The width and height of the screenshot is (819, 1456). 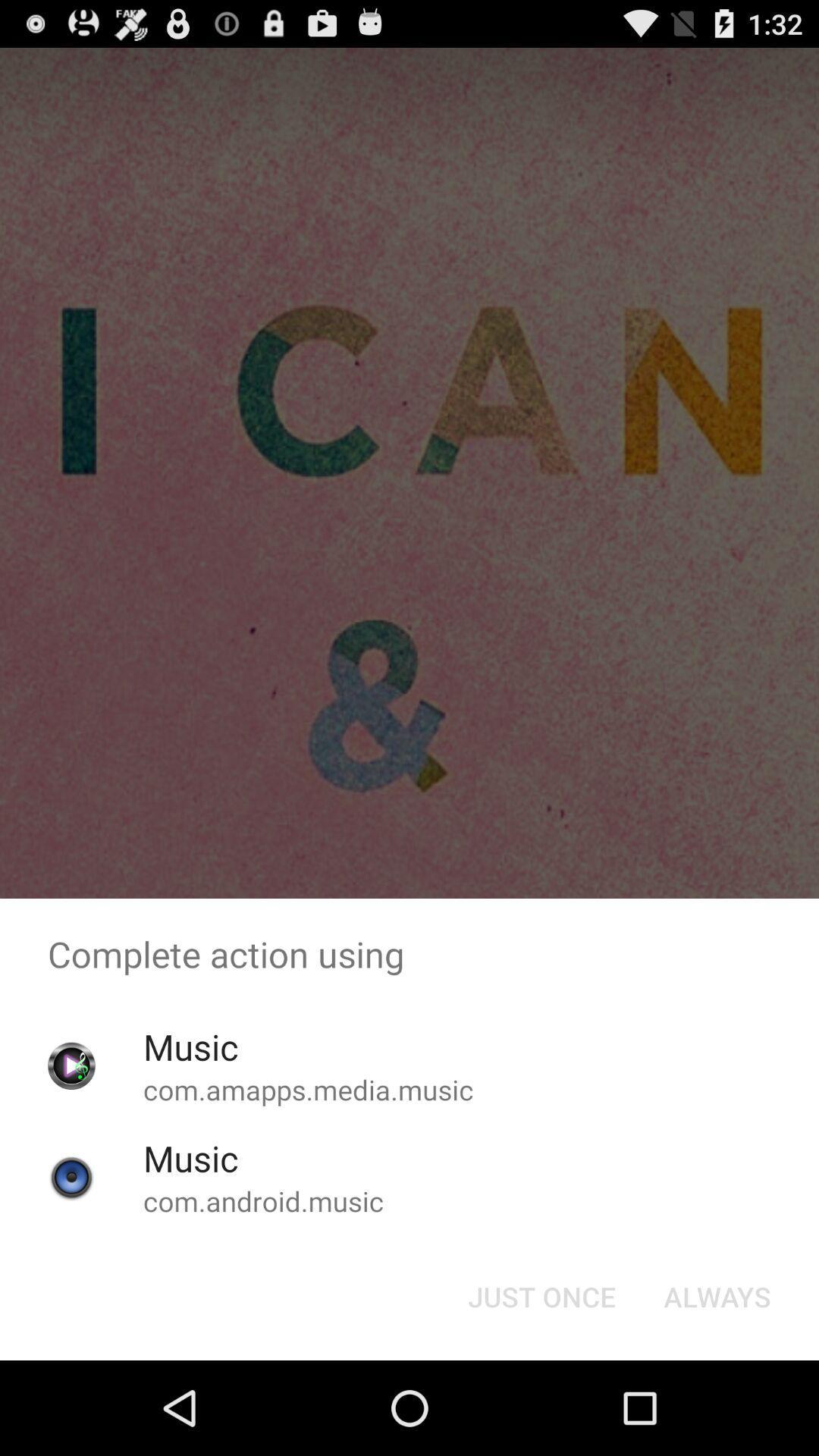 I want to click on the icon to the left of always icon, so click(x=541, y=1295).